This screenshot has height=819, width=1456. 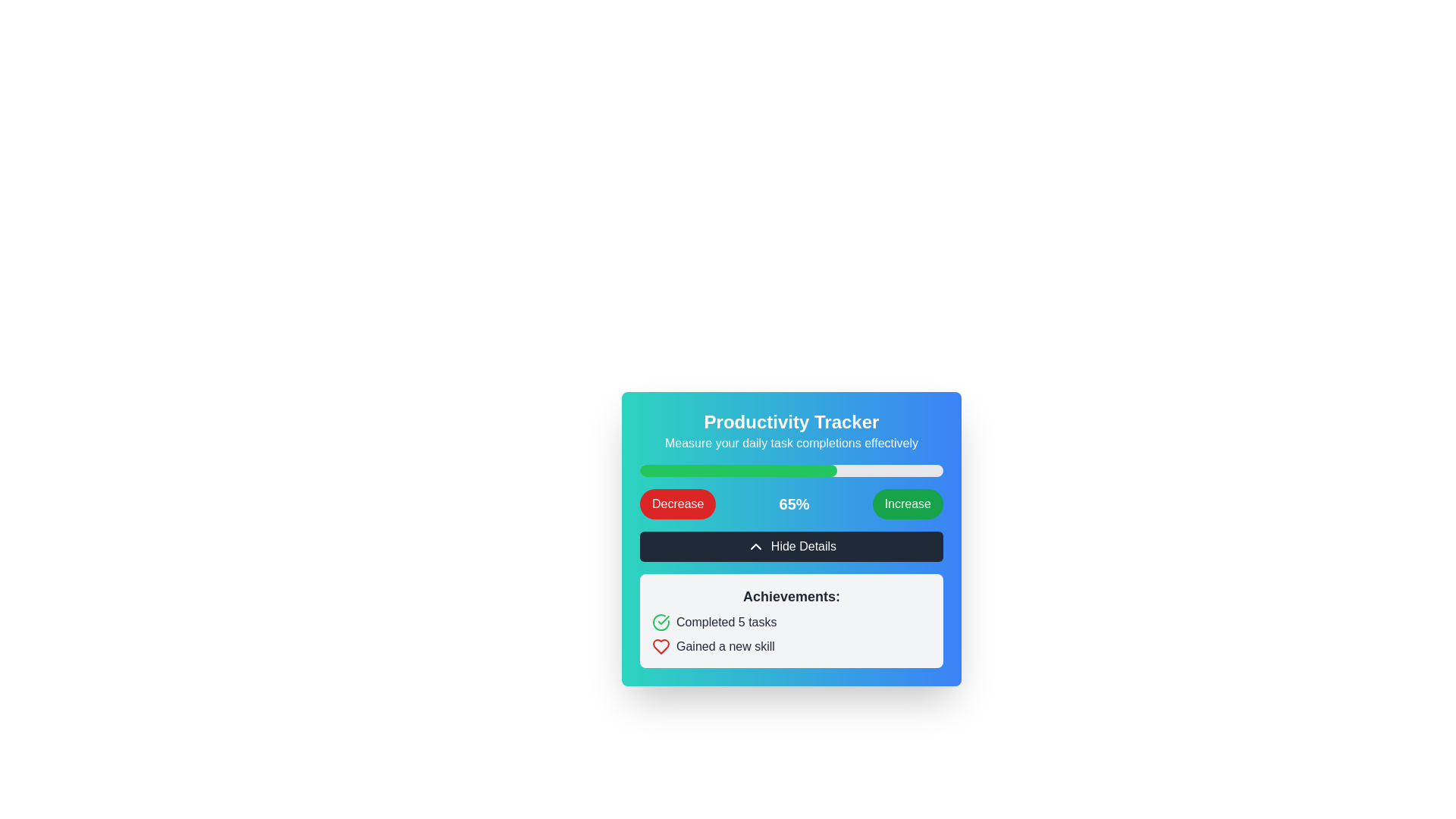 What do you see at coordinates (755, 547) in the screenshot?
I see `the upward-pointing chevron icon with a thin white outline located to the left of the 'Hide Details' text within the button` at bounding box center [755, 547].